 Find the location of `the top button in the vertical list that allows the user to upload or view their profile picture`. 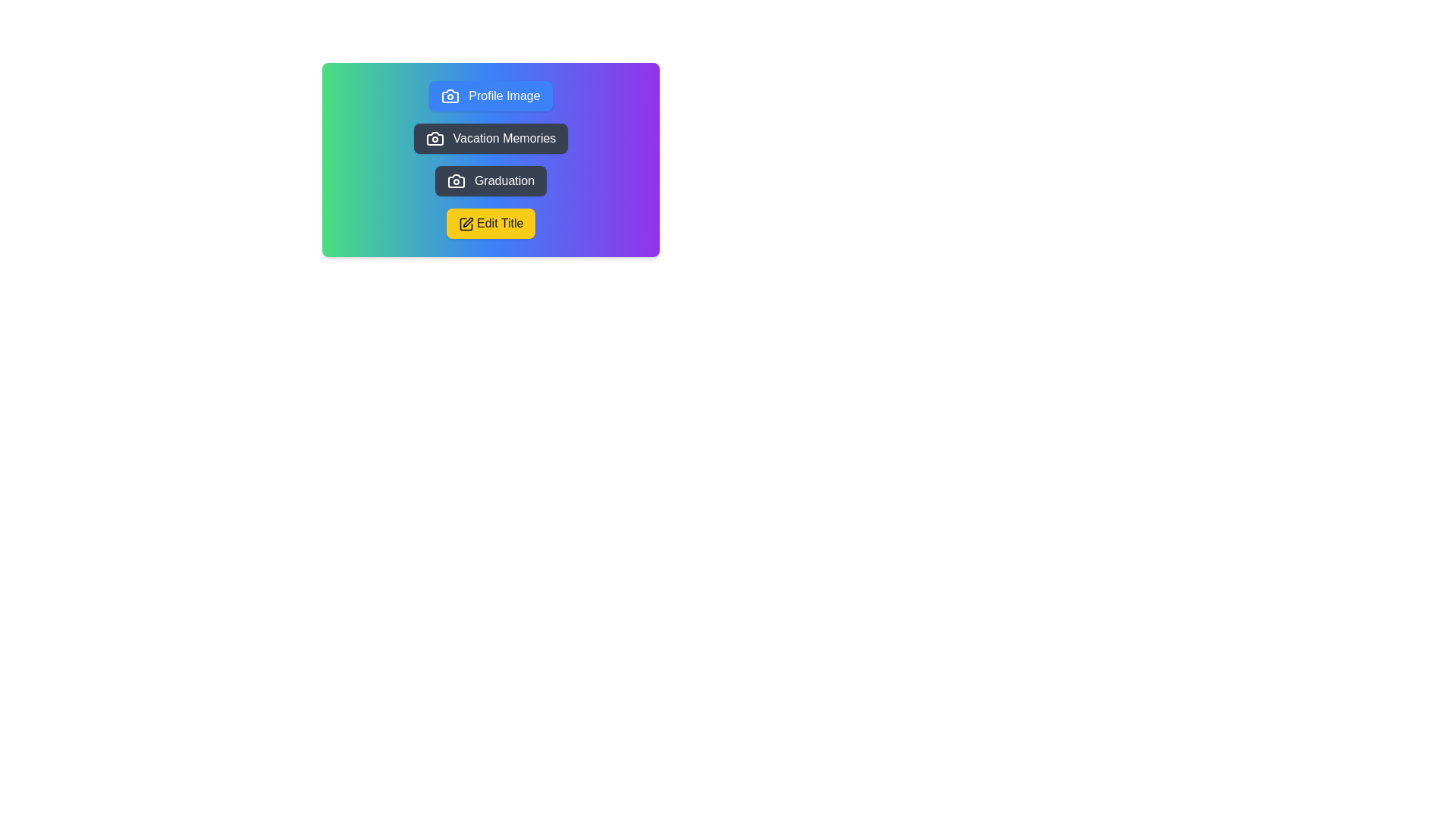

the top button in the vertical list that allows the user to upload or view their profile picture is located at coordinates (491, 96).